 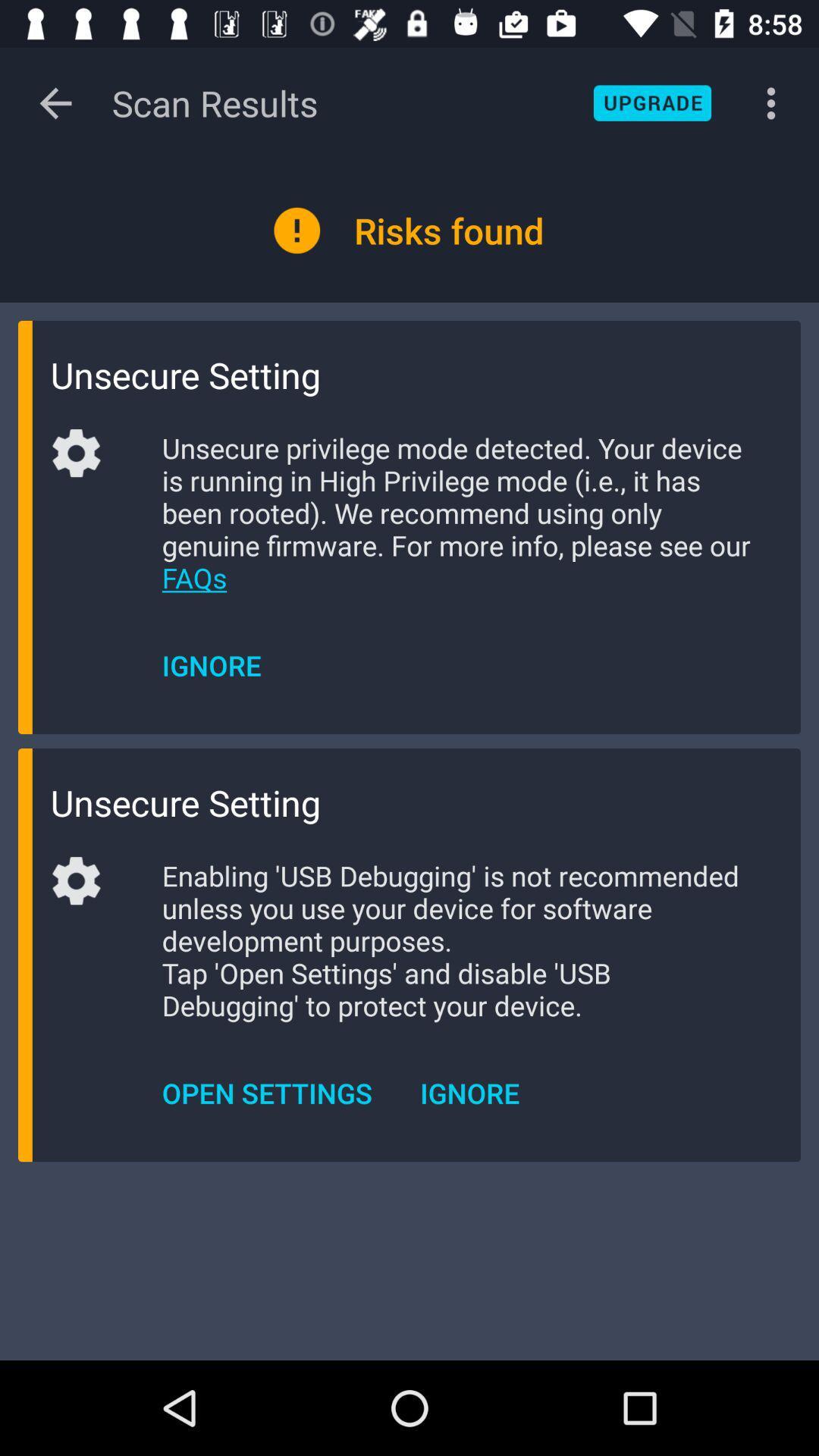 I want to click on the unsecure privilege mode icon, so click(x=457, y=513).